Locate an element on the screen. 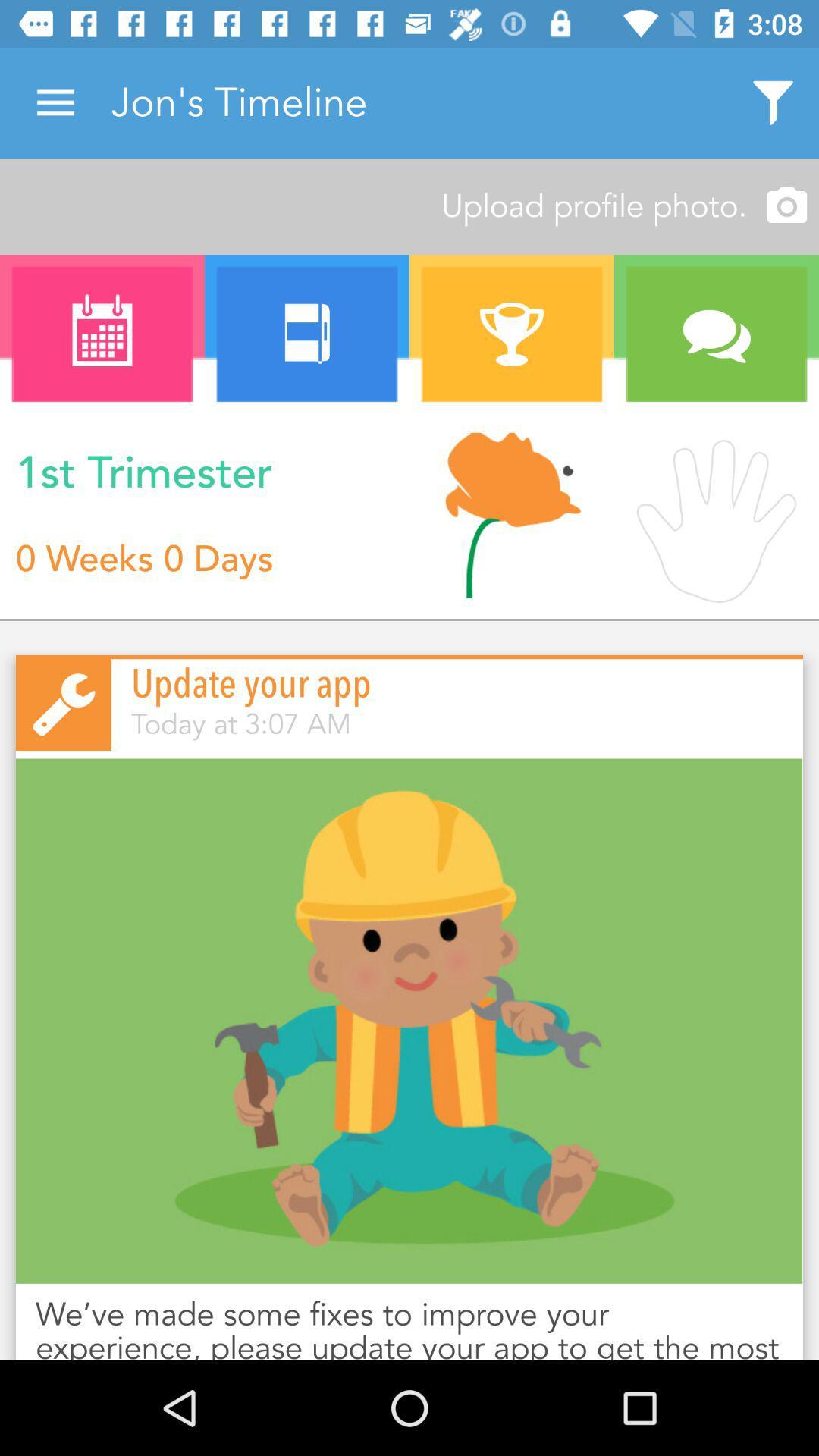 Image resolution: width=819 pixels, height=1456 pixels. the item above we ve made icon is located at coordinates (409, 1021).